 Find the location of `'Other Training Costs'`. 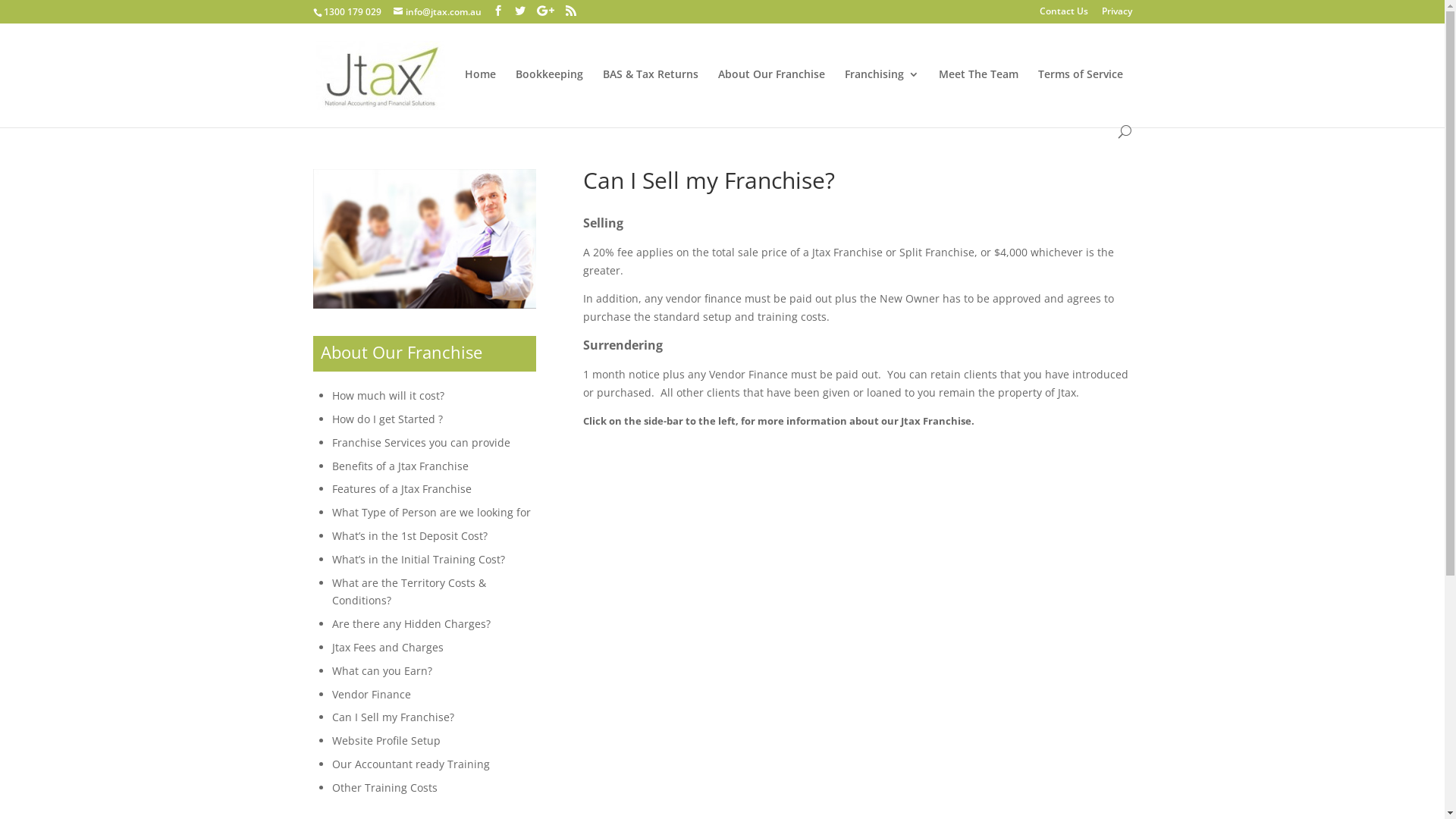

'Other Training Costs' is located at coordinates (384, 786).